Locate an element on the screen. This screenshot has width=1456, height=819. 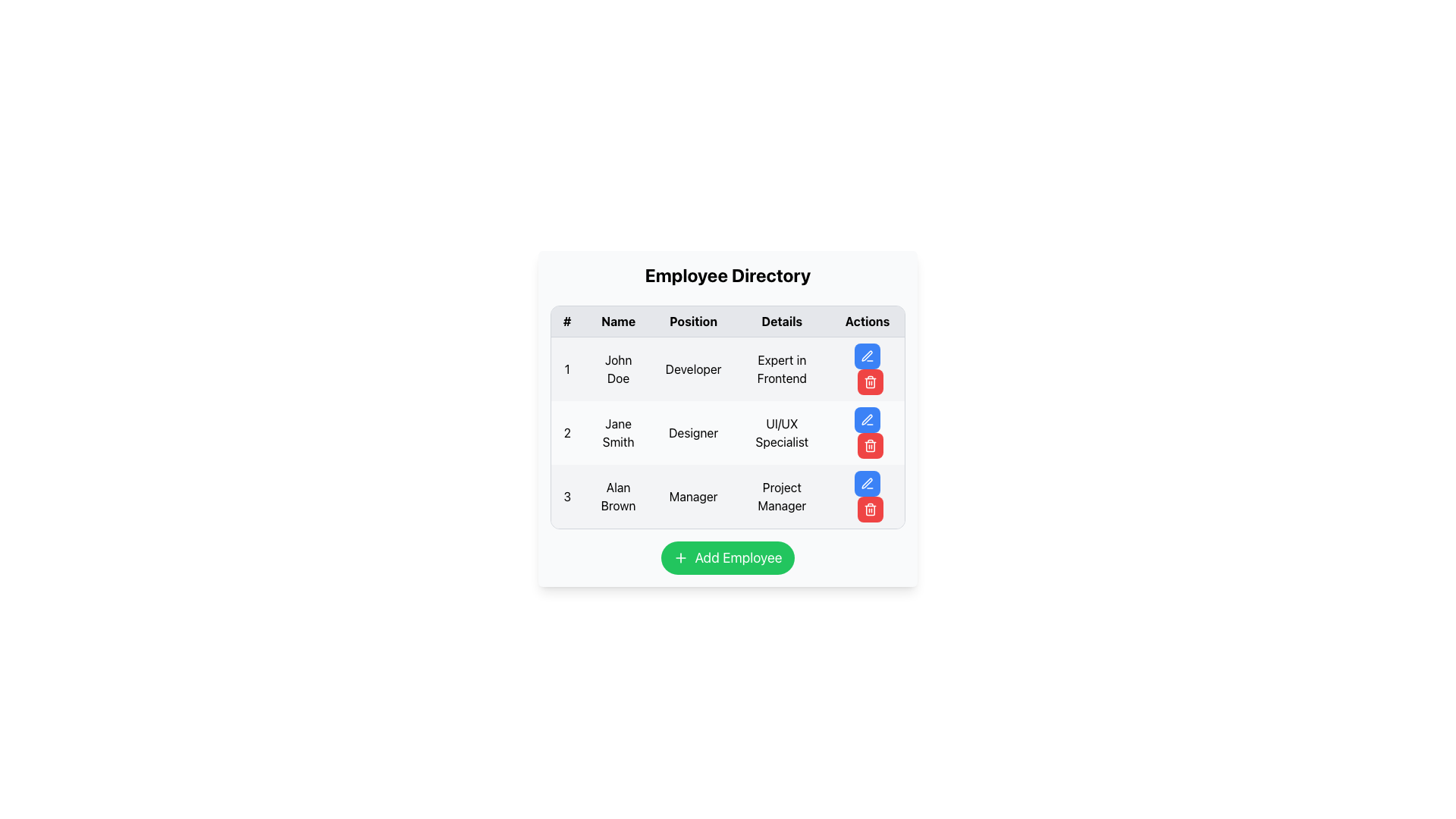
the blue button with a white pen icon located in the third row of the Actions column is located at coordinates (868, 483).